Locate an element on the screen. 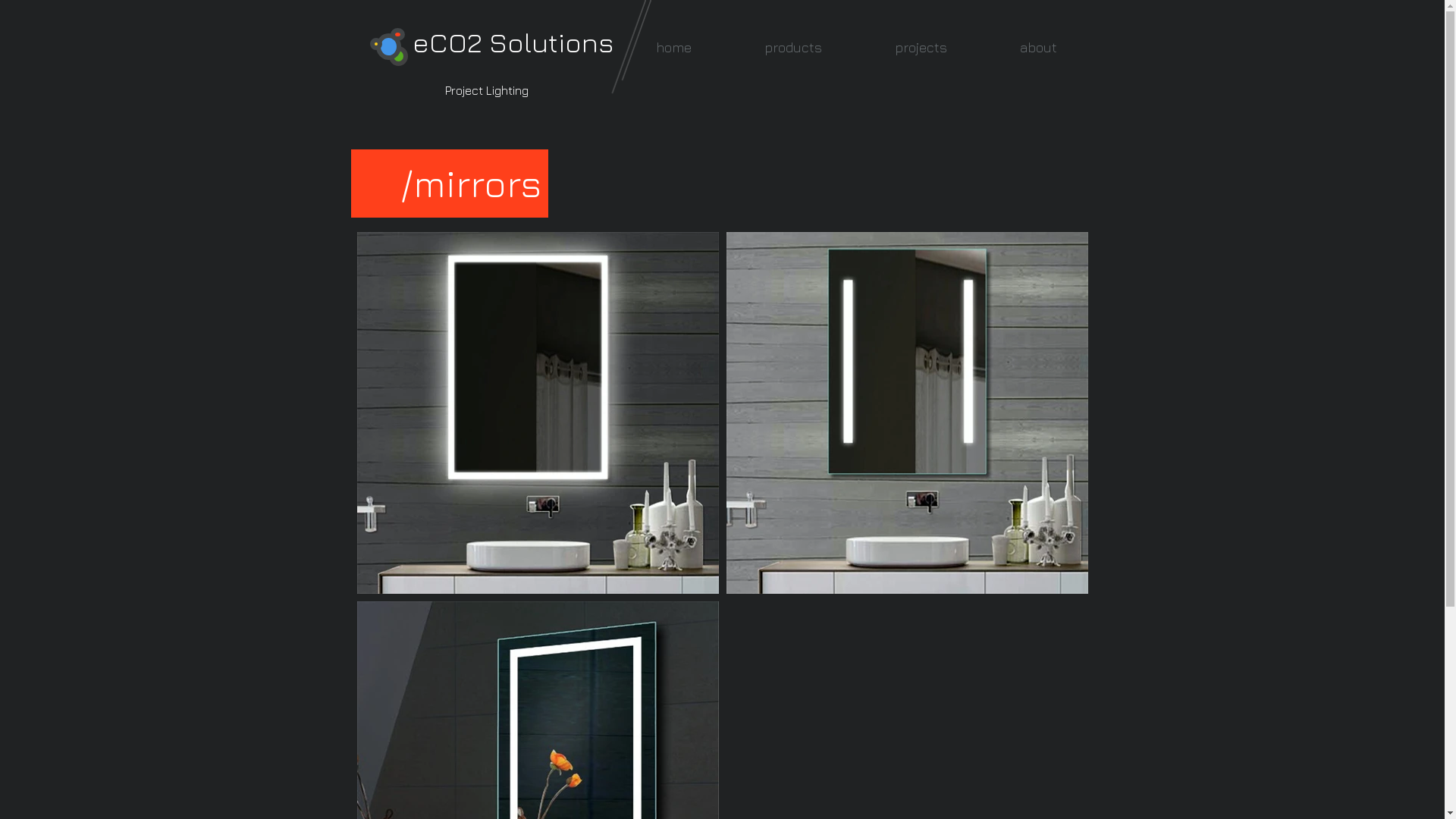 This screenshot has height=819, width=1456. 'about' is located at coordinates (1037, 46).